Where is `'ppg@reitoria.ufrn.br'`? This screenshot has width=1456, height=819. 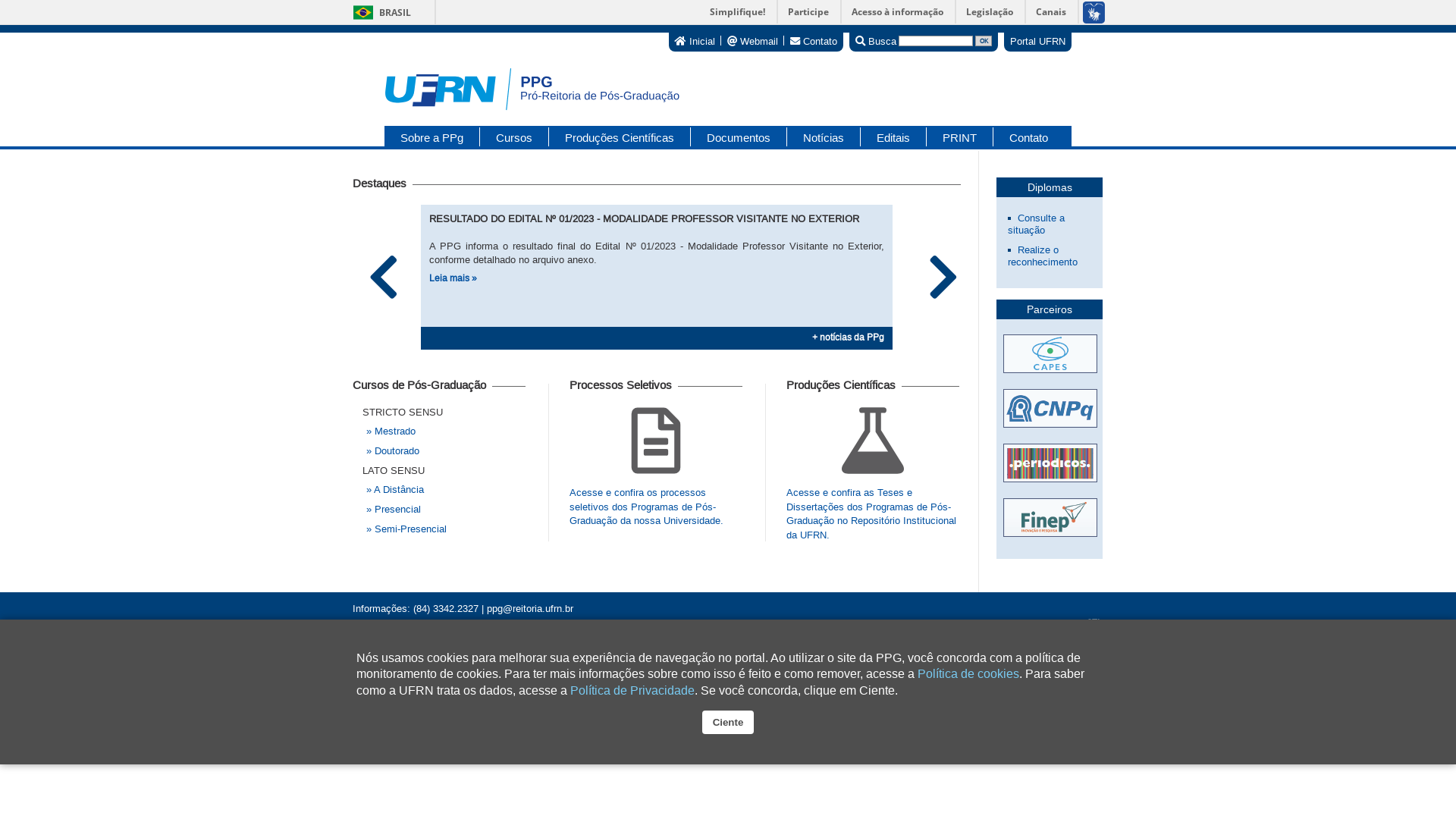 'ppg@reitoria.ufrn.br' is located at coordinates (530, 607).